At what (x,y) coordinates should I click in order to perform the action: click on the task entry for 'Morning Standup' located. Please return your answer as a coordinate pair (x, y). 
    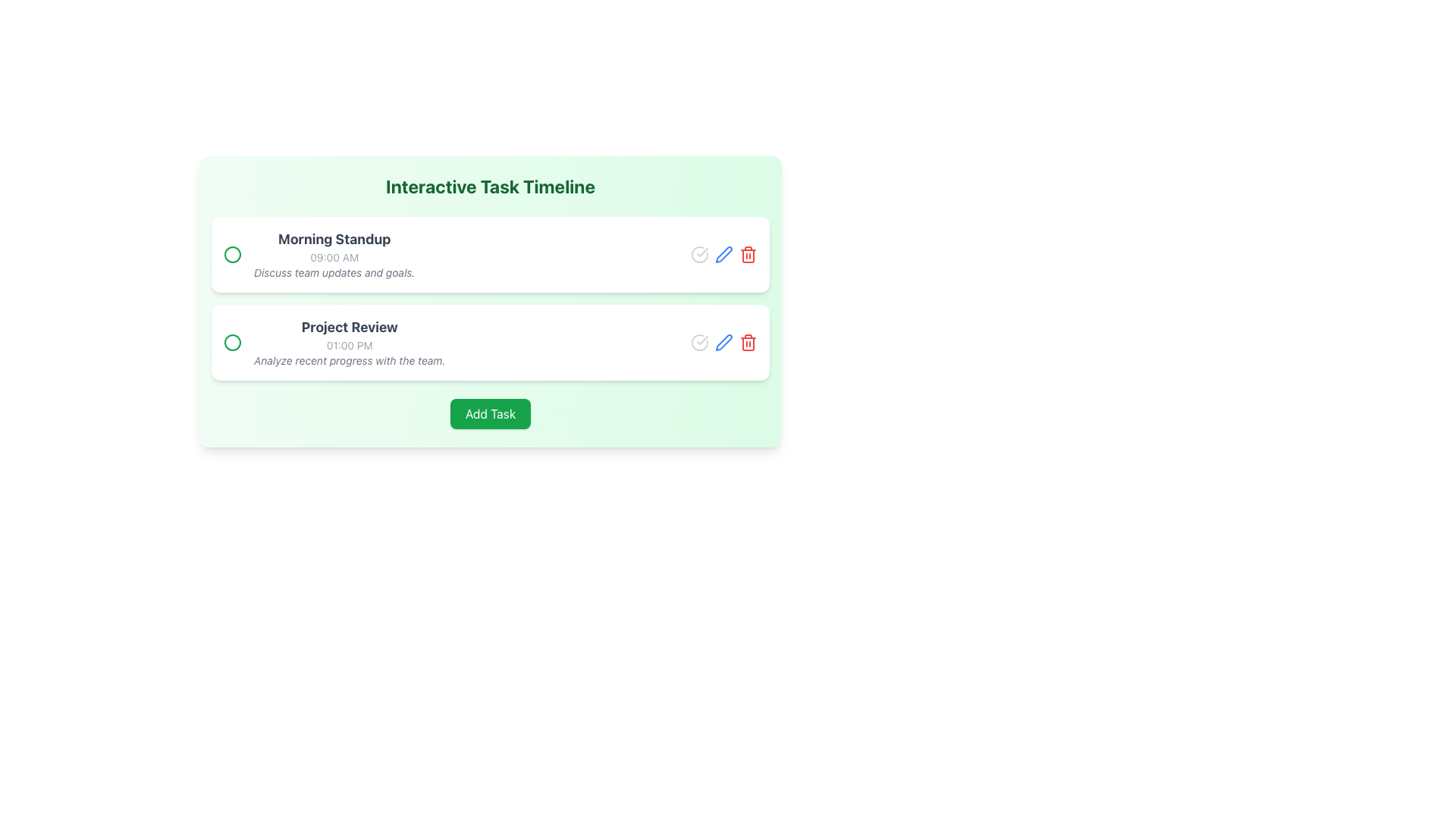
    Looking at the image, I should click on (318, 253).